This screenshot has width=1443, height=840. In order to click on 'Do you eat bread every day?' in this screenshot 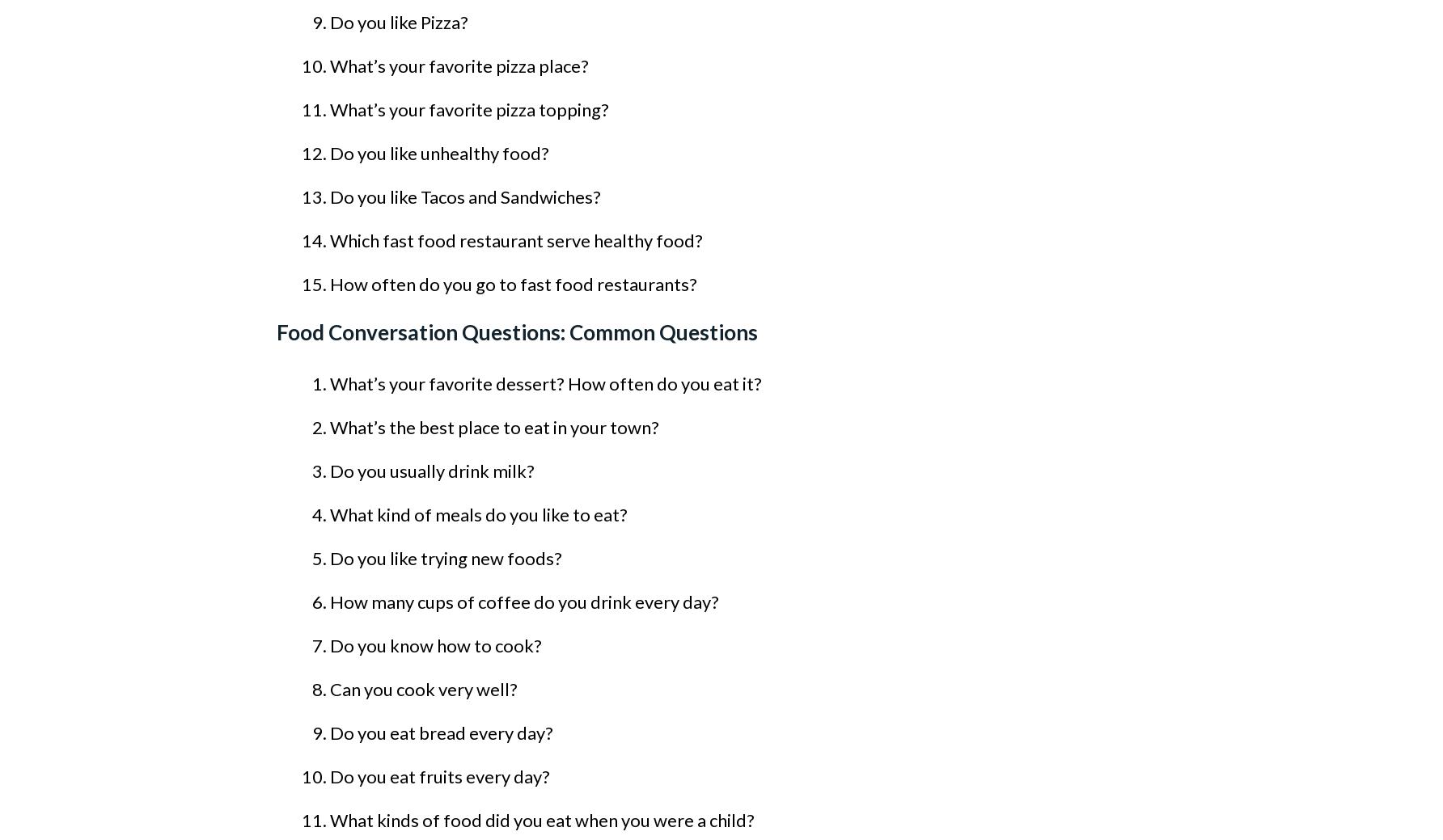, I will do `click(442, 732)`.